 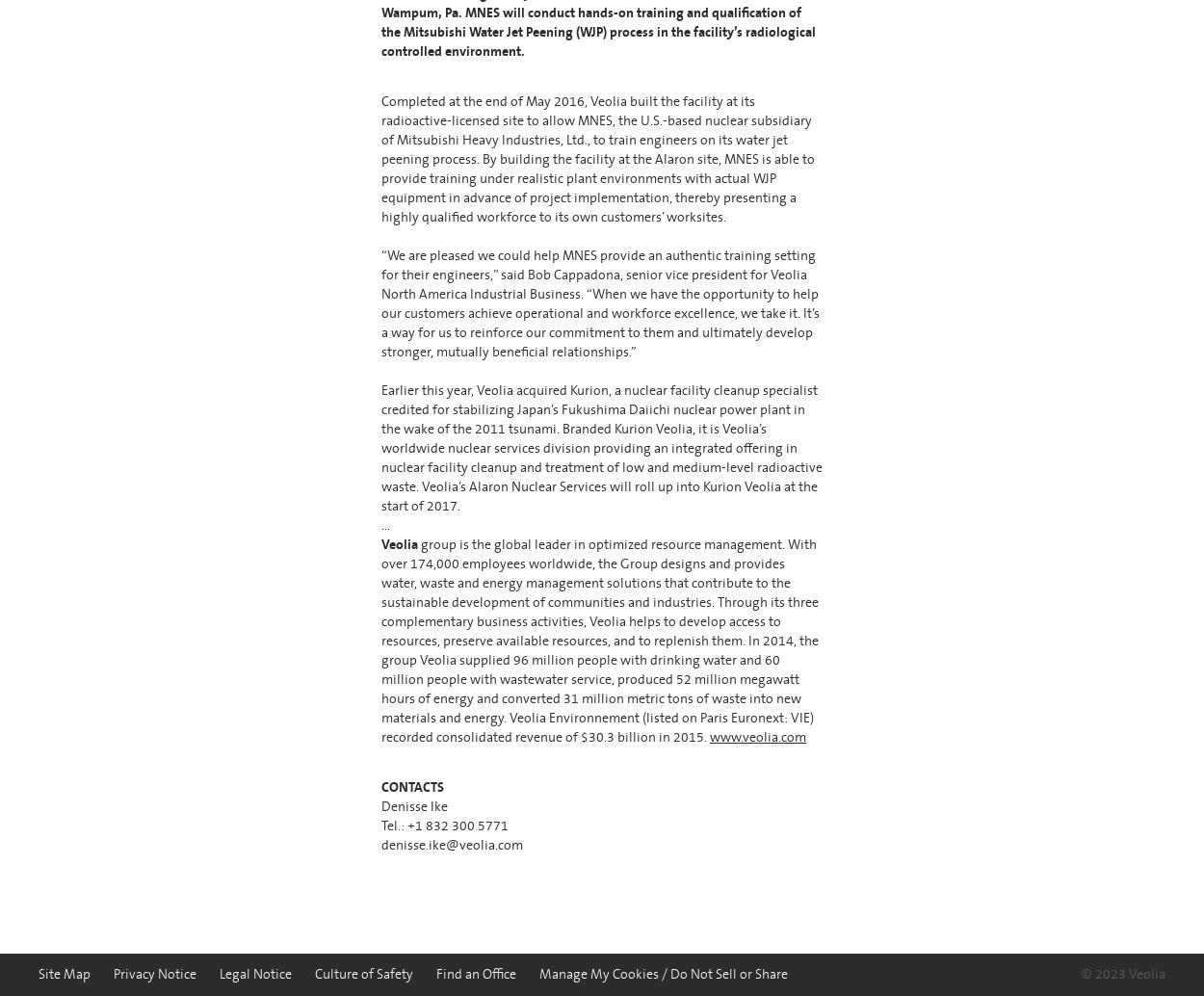 I want to click on 'Denisse Ike', so click(x=414, y=805).